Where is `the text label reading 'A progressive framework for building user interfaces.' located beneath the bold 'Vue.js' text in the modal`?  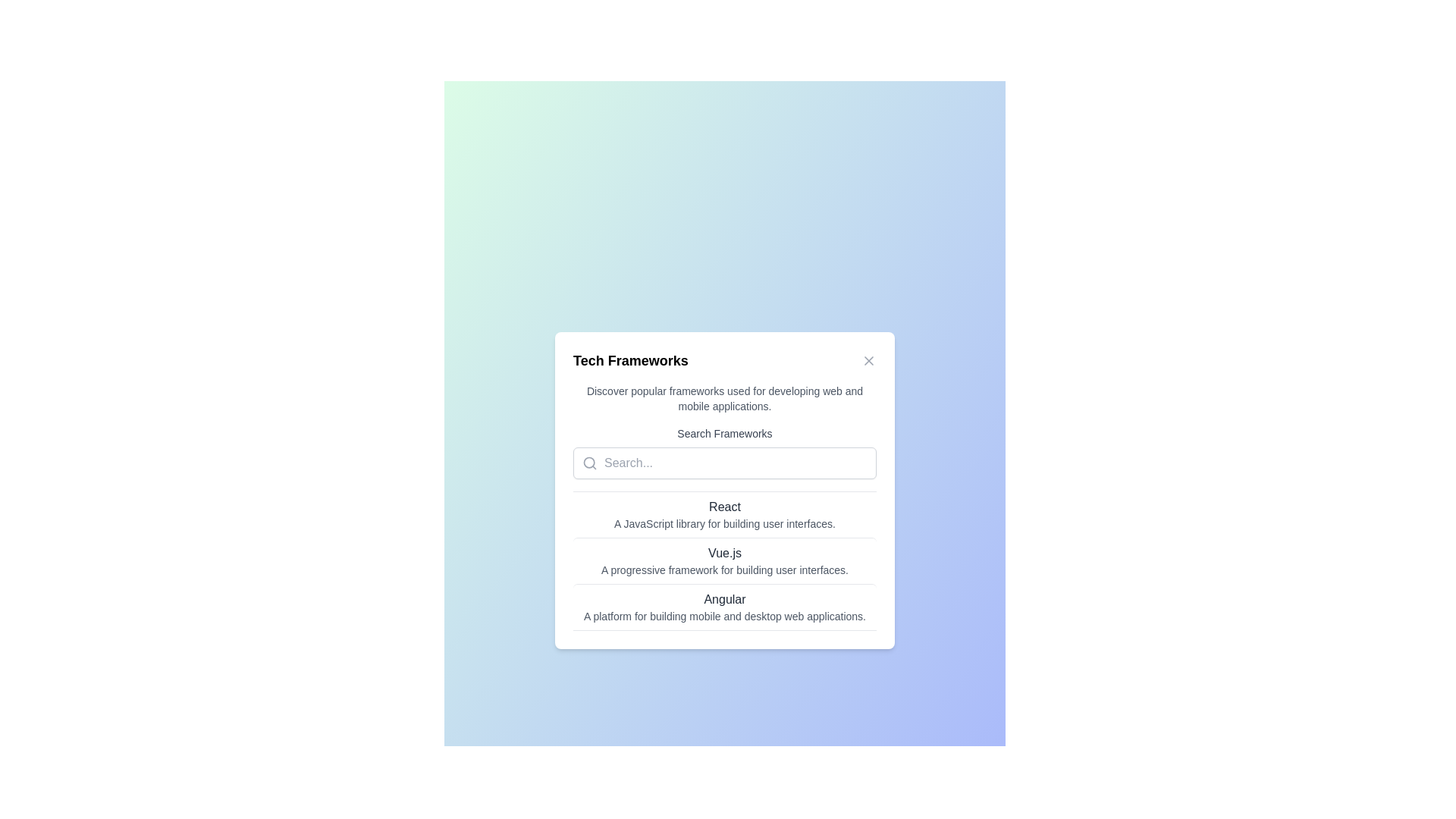
the text label reading 'A progressive framework for building user interfaces.' located beneath the bold 'Vue.js' text in the modal is located at coordinates (723, 570).